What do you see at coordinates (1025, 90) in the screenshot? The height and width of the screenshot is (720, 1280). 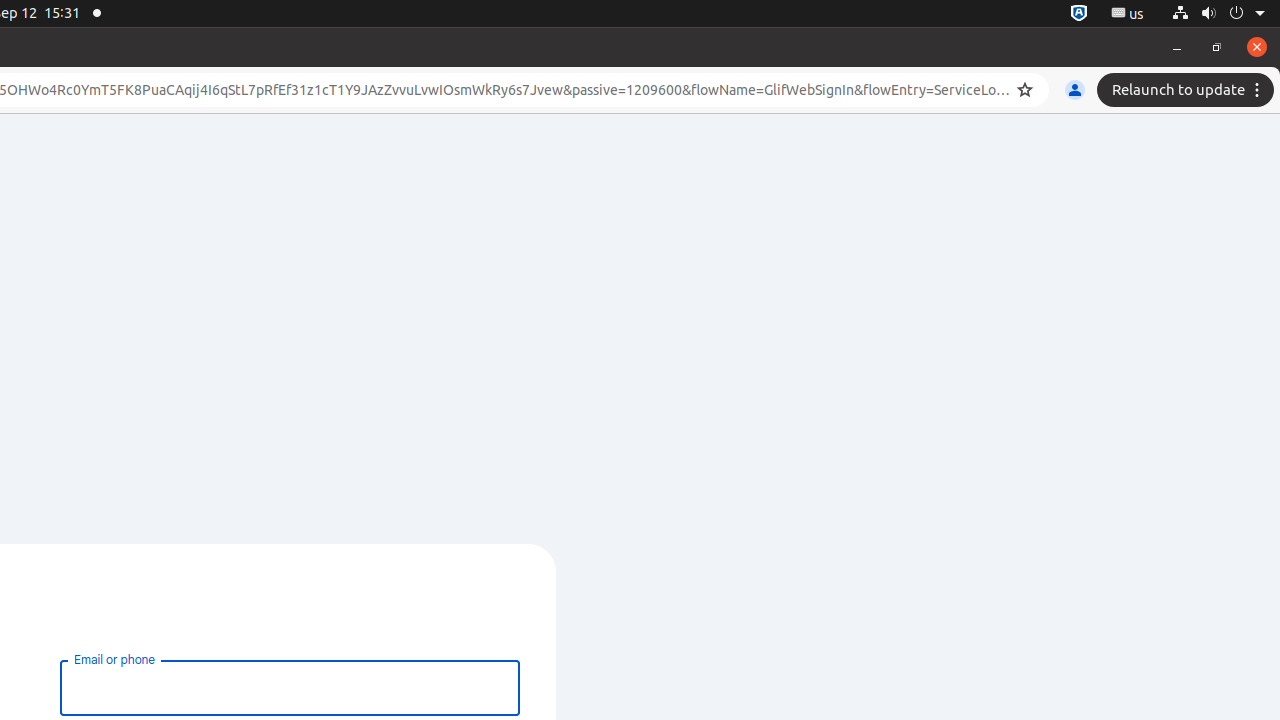 I see `'Bookmark this tab'` at bounding box center [1025, 90].